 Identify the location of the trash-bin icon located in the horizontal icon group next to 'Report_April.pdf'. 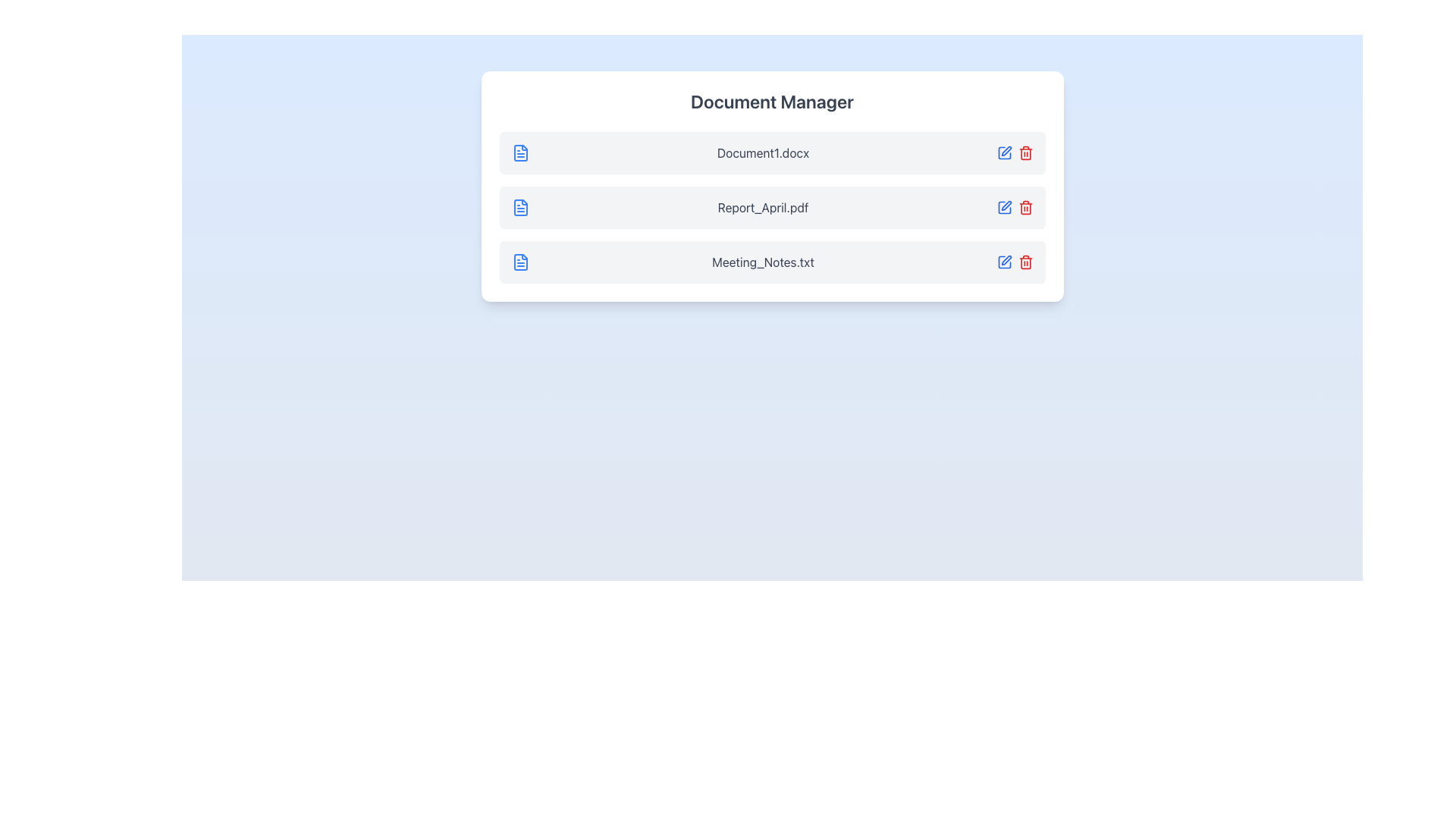
(1015, 207).